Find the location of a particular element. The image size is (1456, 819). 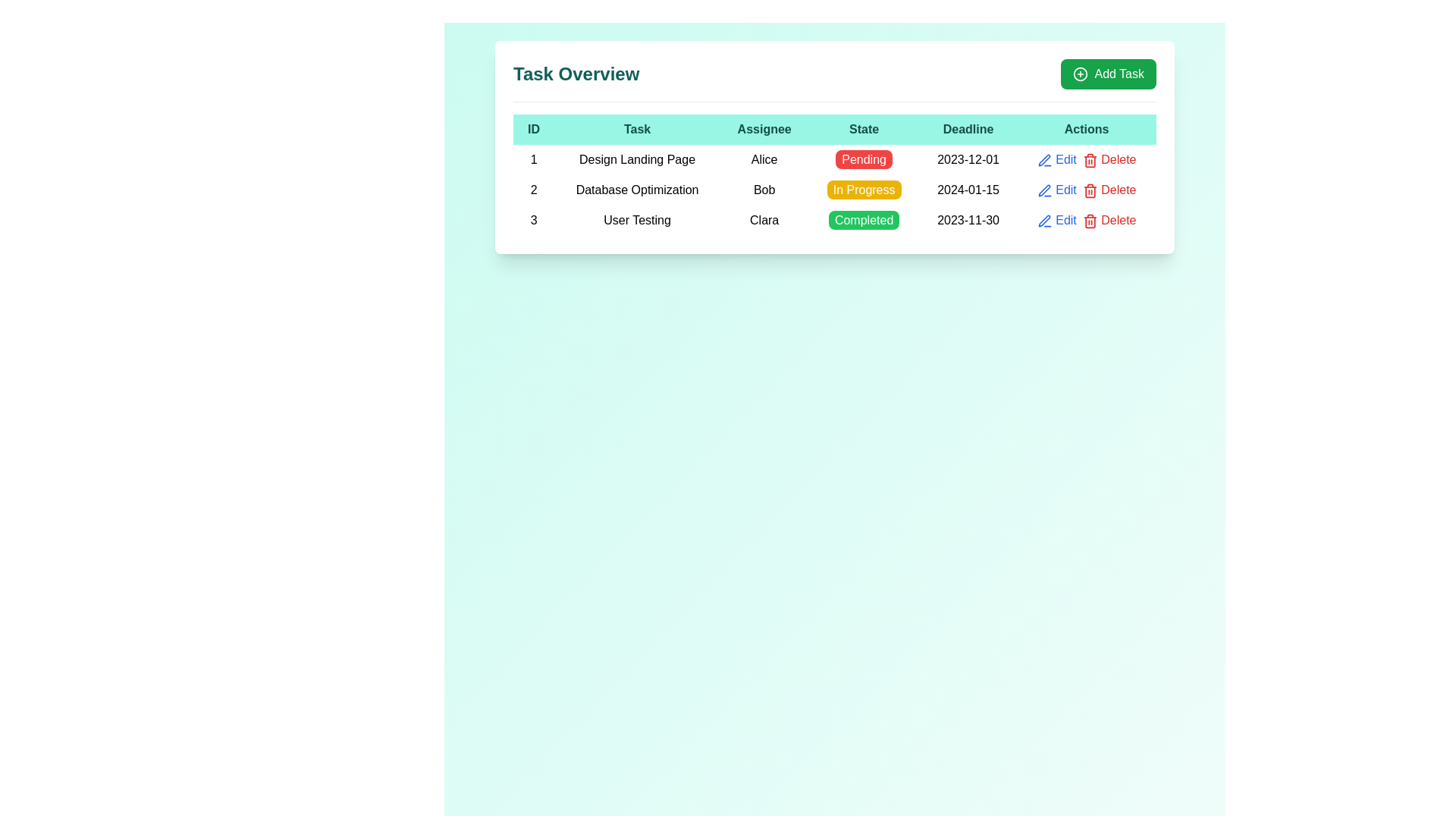

the Status badge with a red background and white text reading 'Pending', located in the 'State' column of the table under 'Task Overview', on the same row as the 'Design Landing Page' task is located at coordinates (864, 159).